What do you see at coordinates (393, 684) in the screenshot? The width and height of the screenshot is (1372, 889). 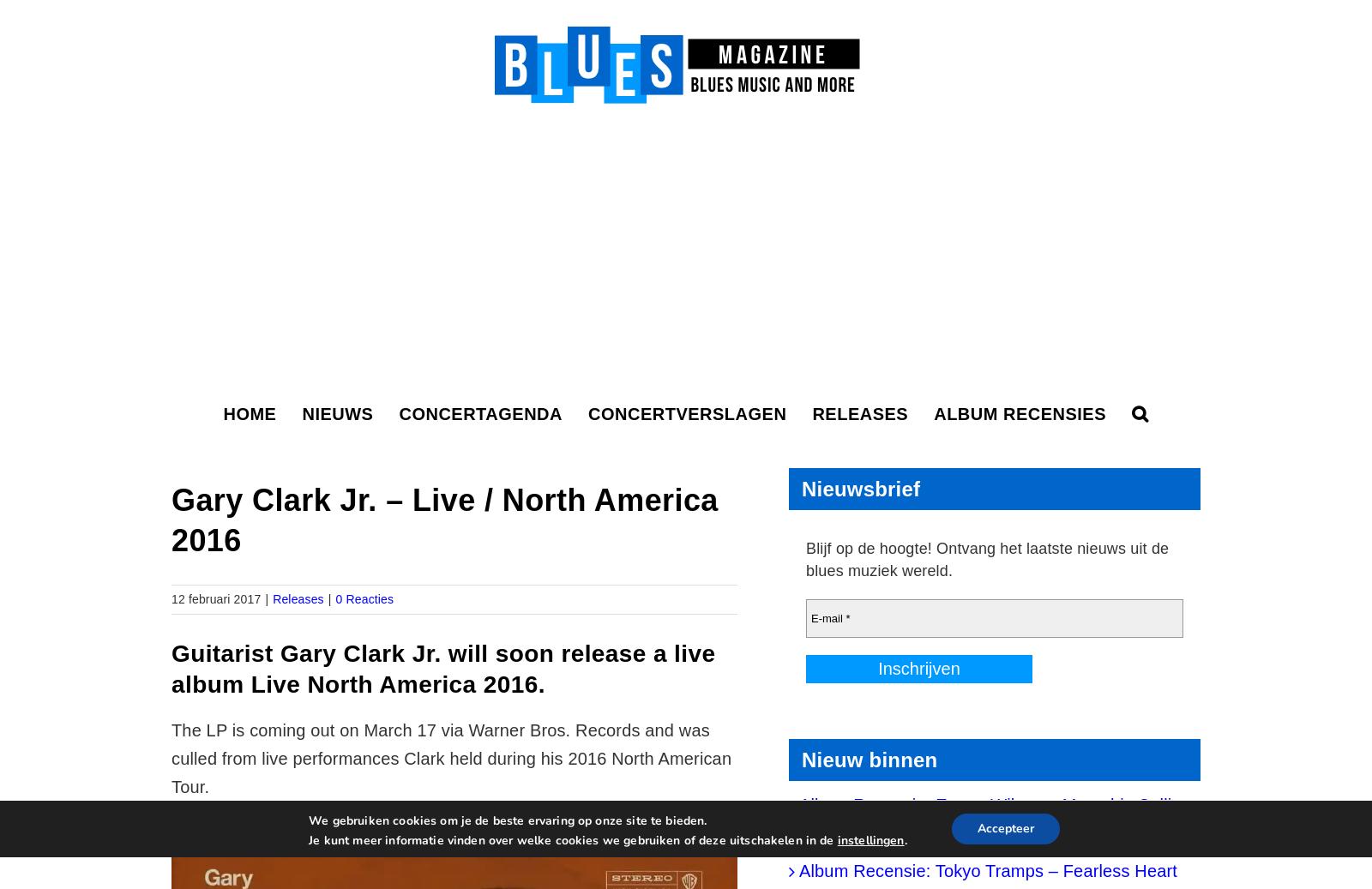 I see `'Live North America 2016'` at bounding box center [393, 684].